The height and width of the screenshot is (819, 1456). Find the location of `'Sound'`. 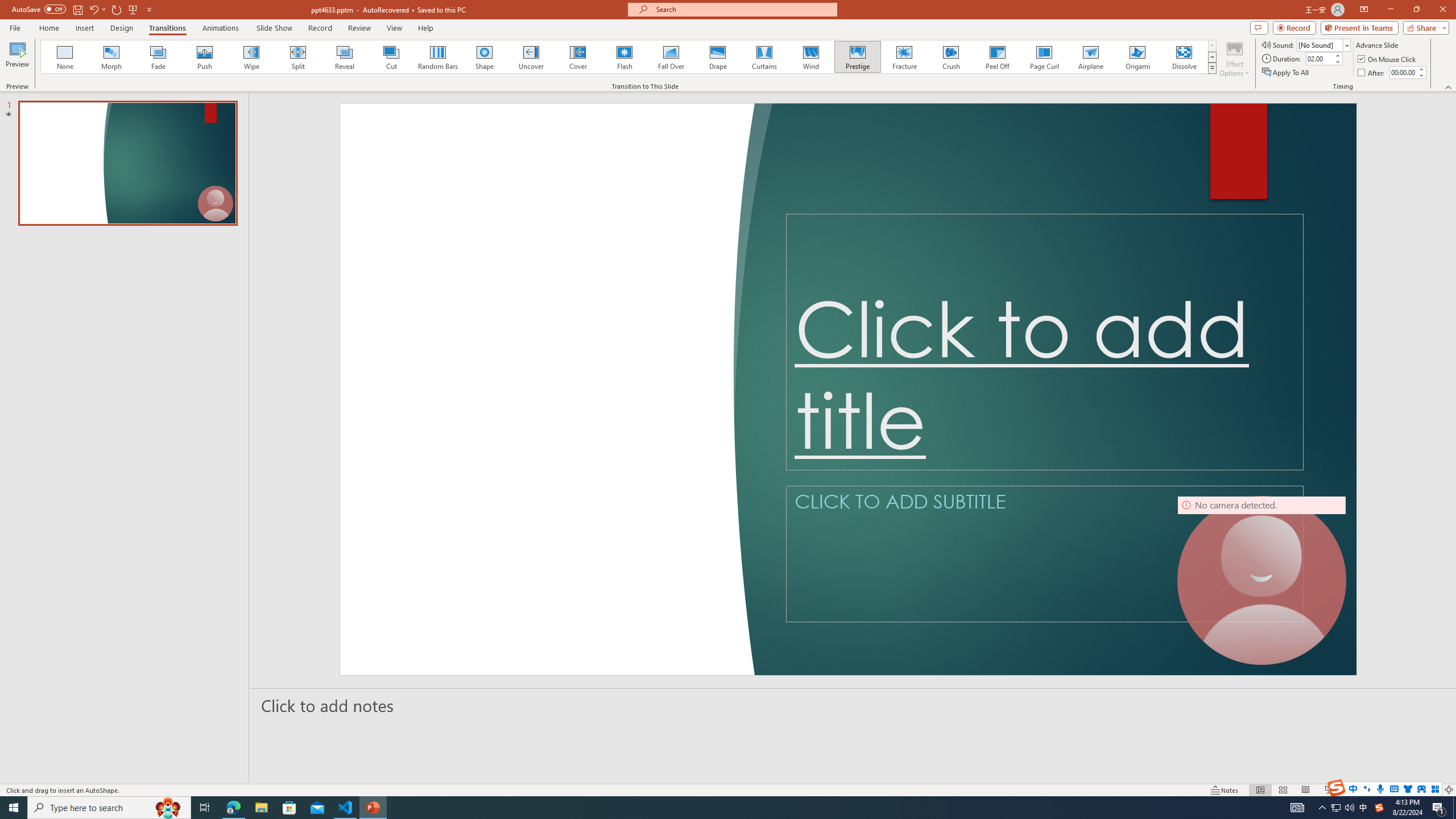

'Sound' is located at coordinates (1323, 44).